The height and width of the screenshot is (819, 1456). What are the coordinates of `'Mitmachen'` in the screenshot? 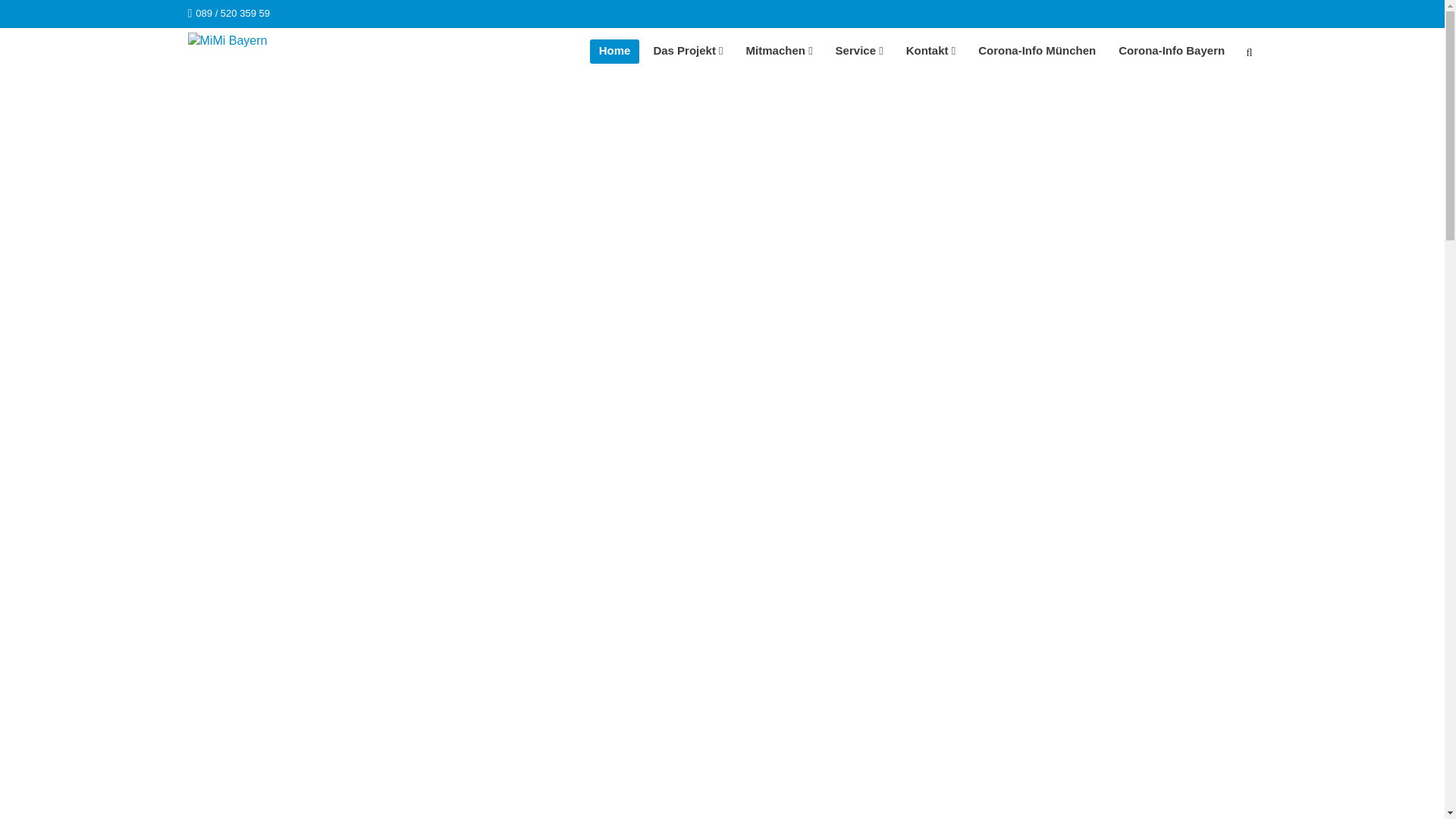 It's located at (779, 51).